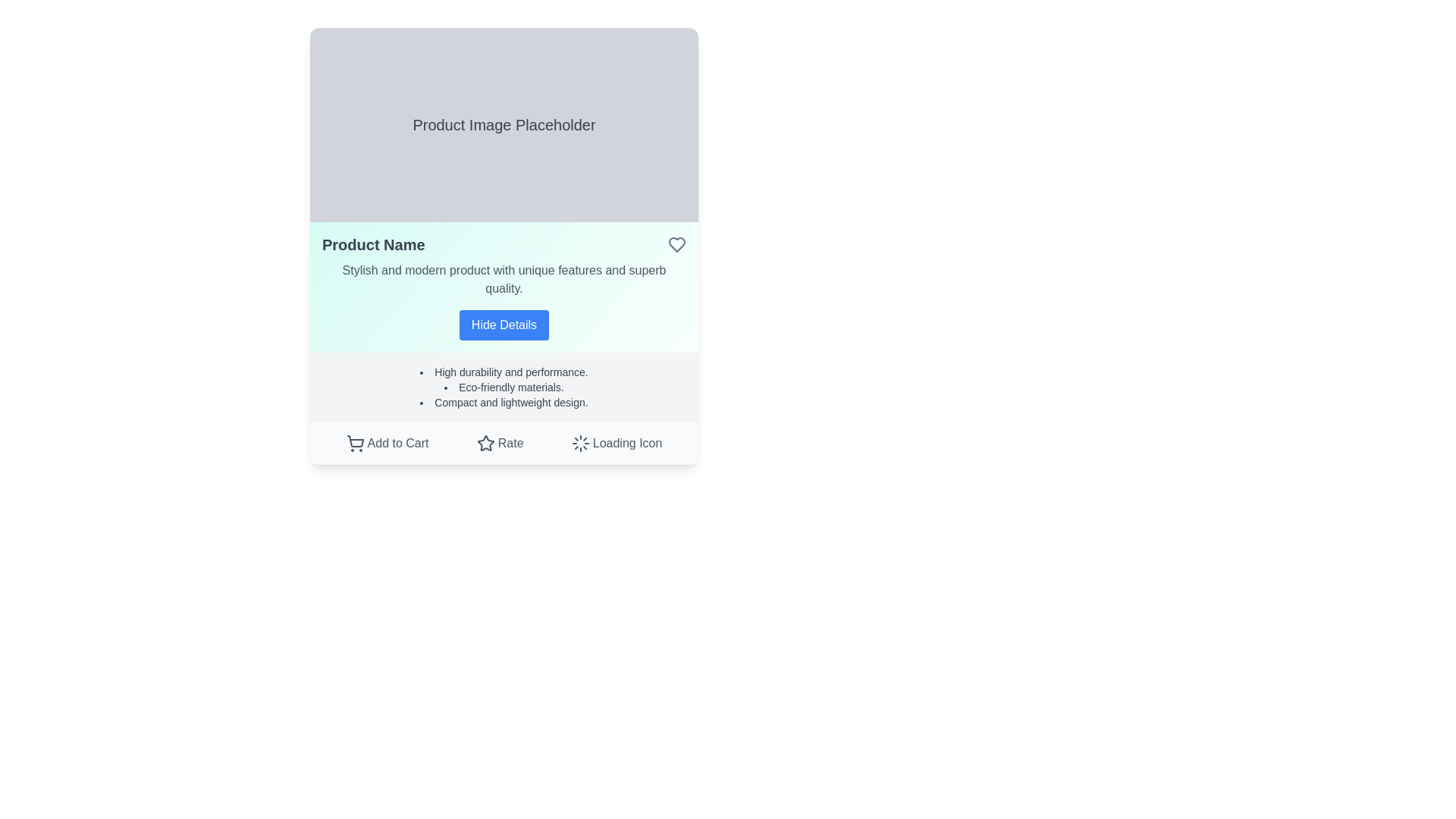  I want to click on the text label element reading 'Eco-friendly materials.' which is the second item in a vertical list of three points, so click(504, 386).